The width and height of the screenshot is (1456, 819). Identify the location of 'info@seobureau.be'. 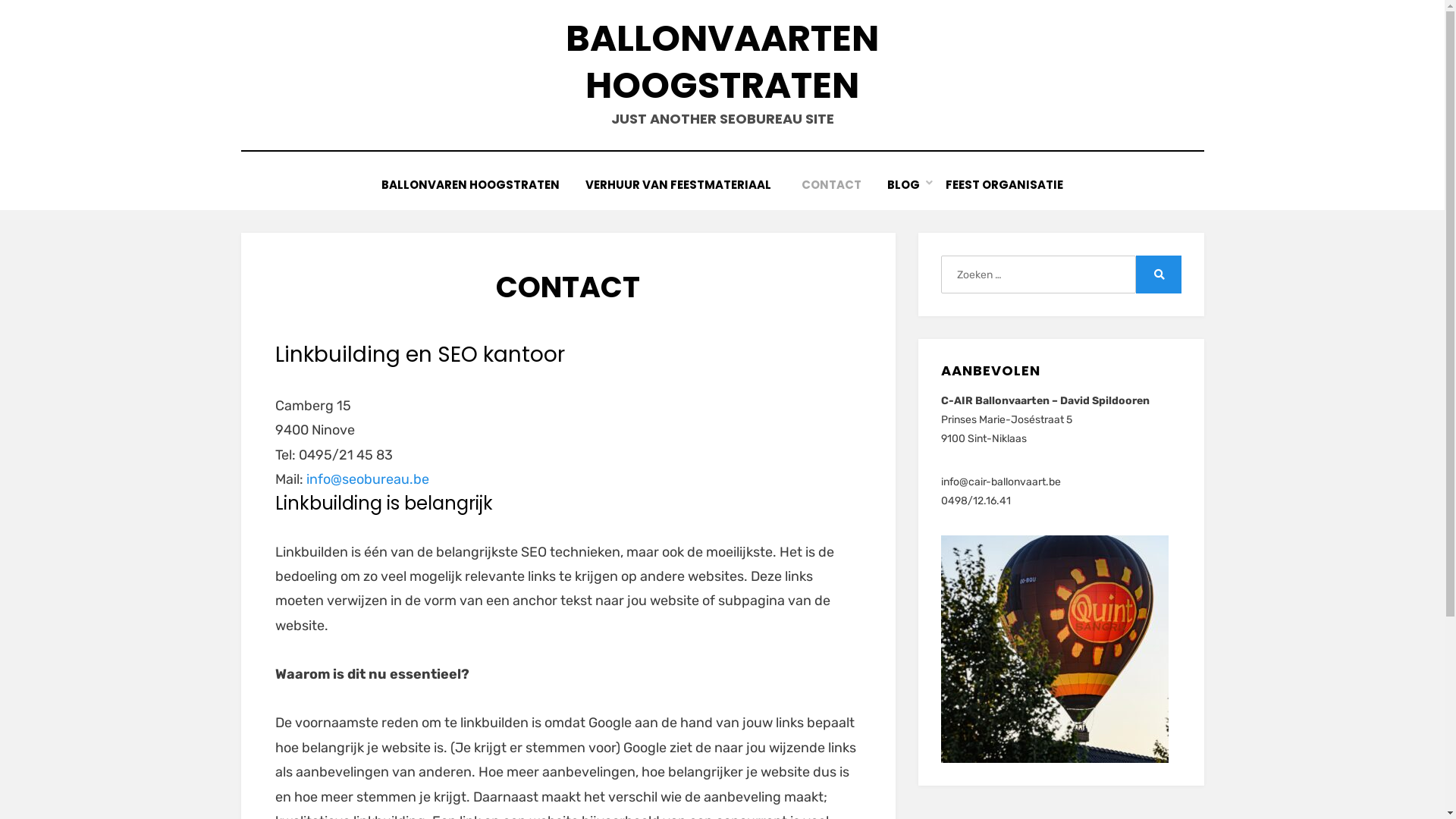
(305, 479).